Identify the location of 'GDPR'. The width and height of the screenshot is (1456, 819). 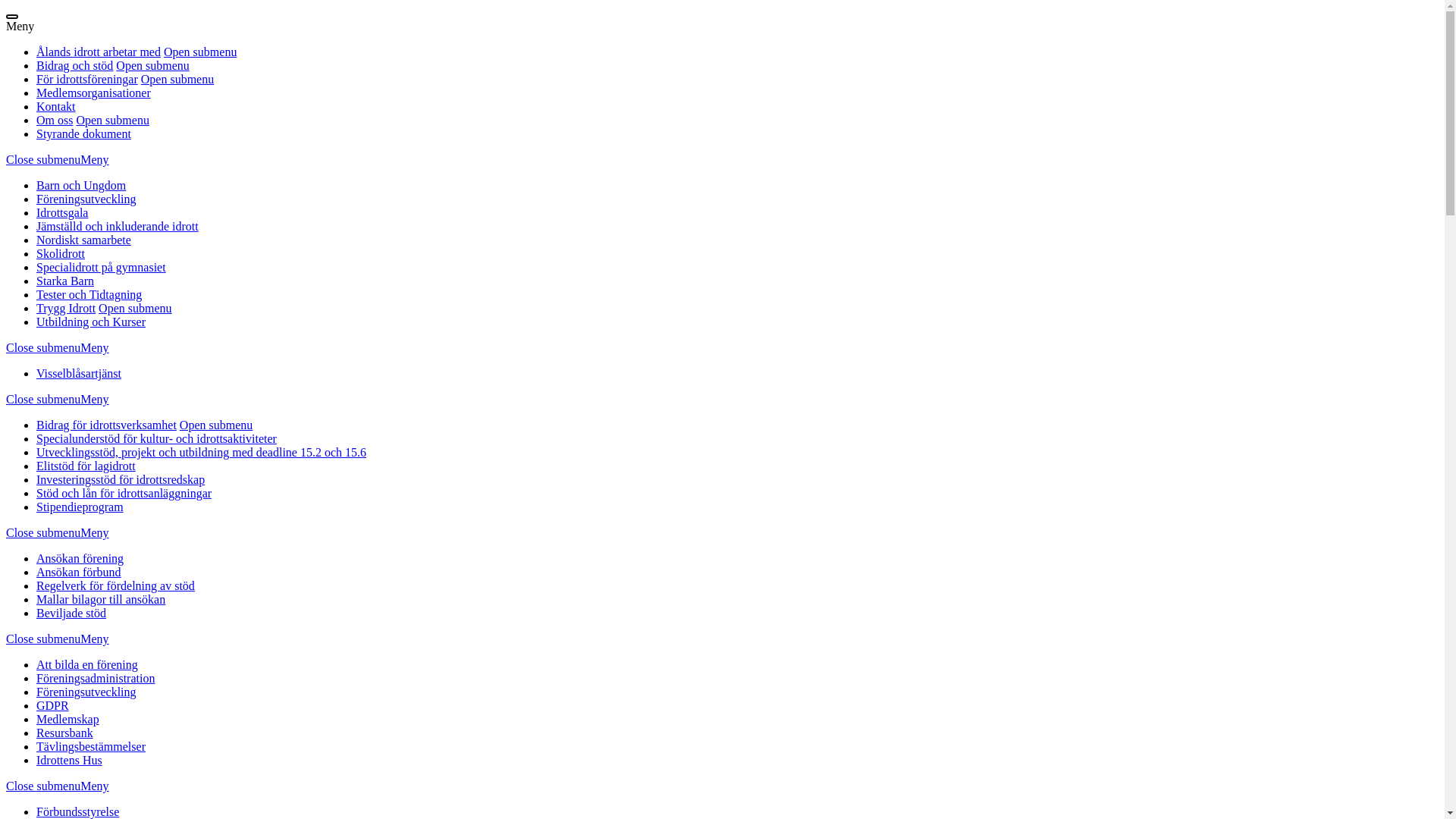
(52, 705).